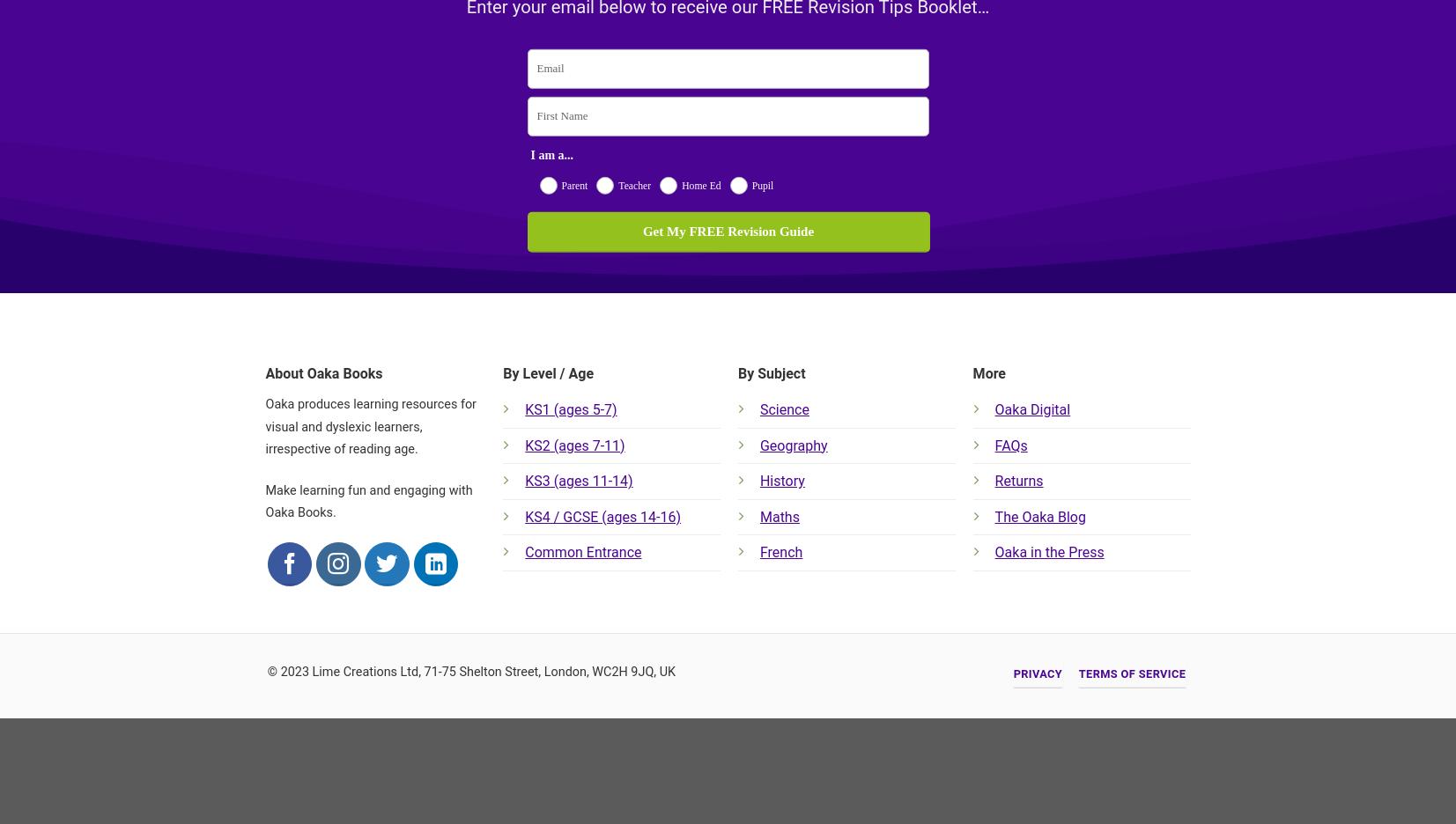 This screenshot has height=824, width=1456. What do you see at coordinates (602, 516) in the screenshot?
I see `'KS4 / GCSE (ages 14-16)'` at bounding box center [602, 516].